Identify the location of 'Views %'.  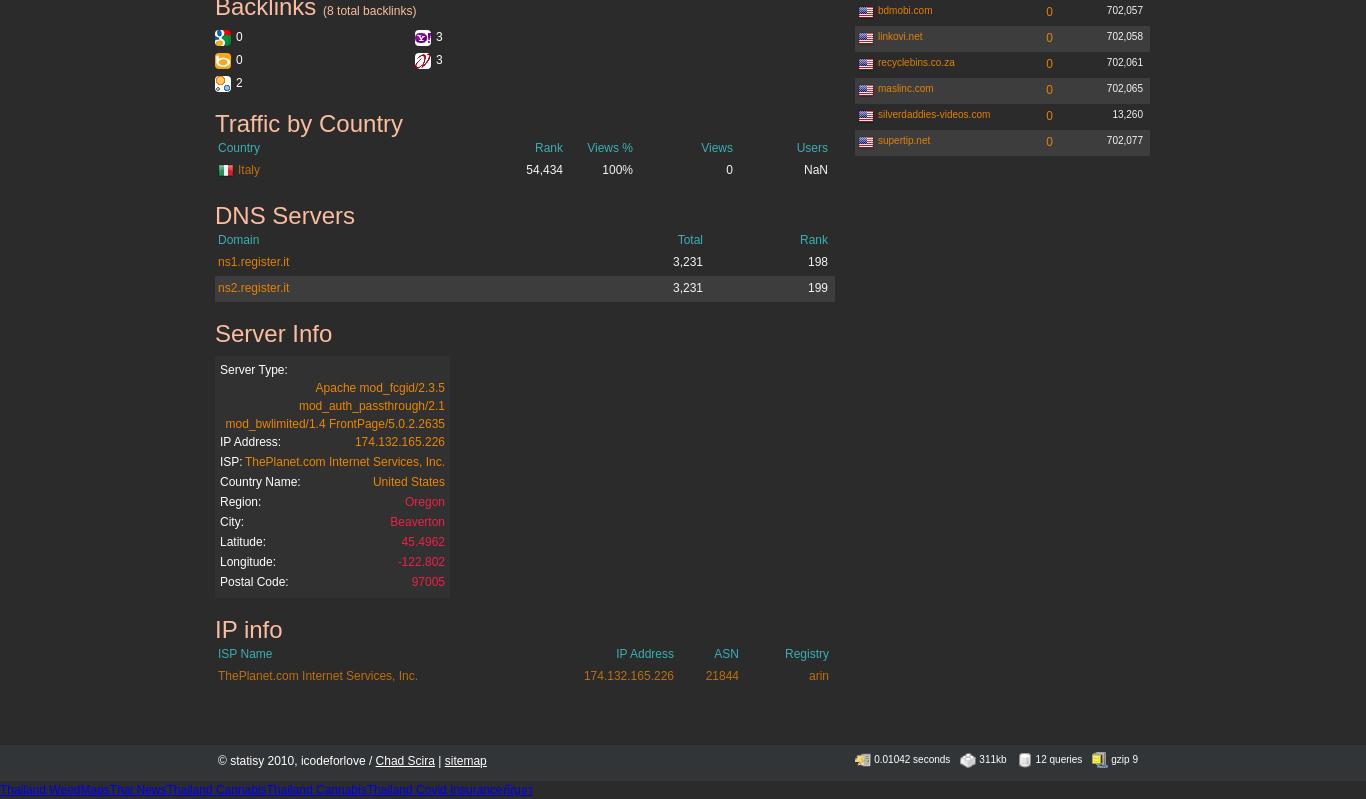
(585, 147).